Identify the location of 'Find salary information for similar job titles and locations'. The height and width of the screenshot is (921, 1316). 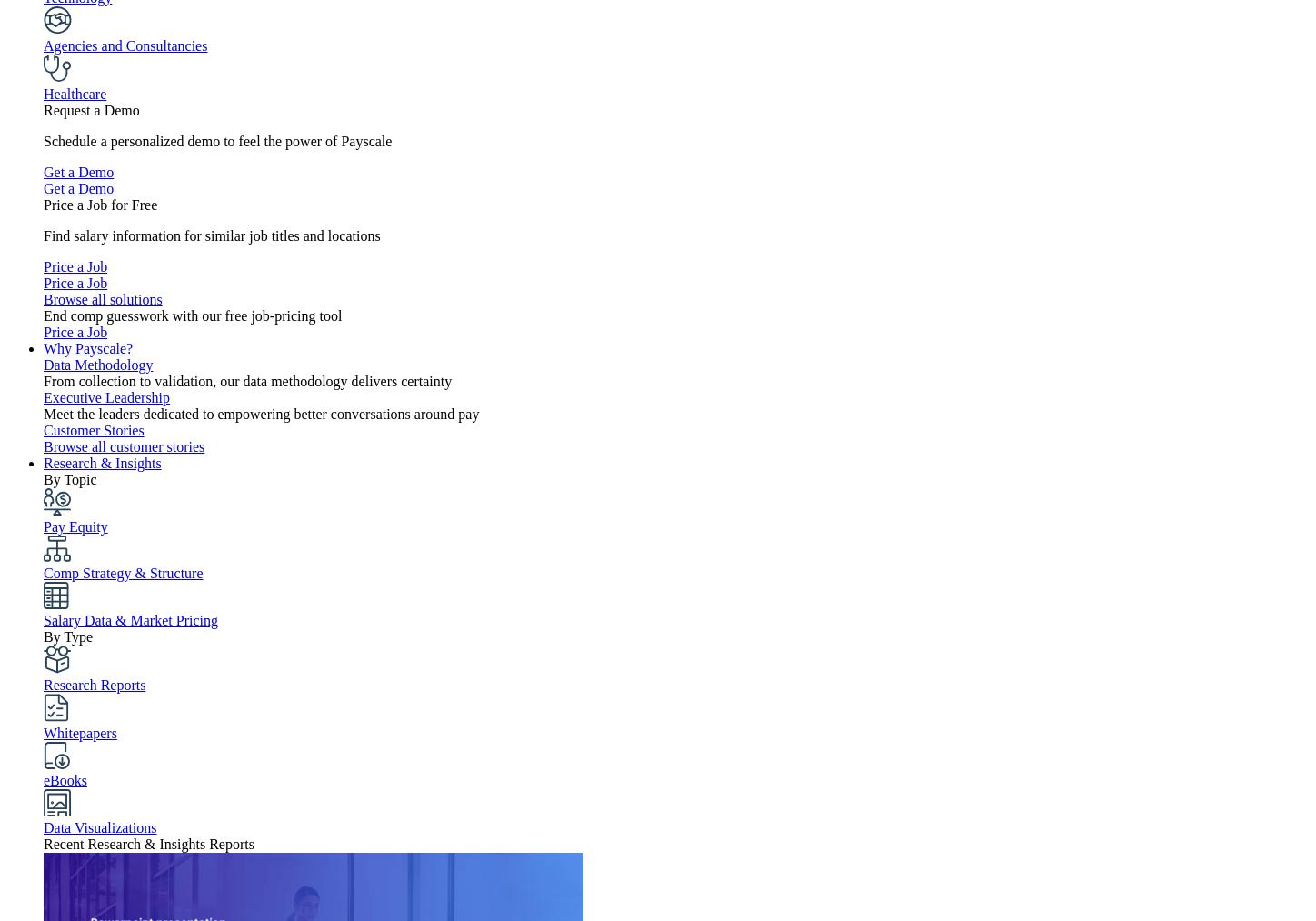
(211, 235).